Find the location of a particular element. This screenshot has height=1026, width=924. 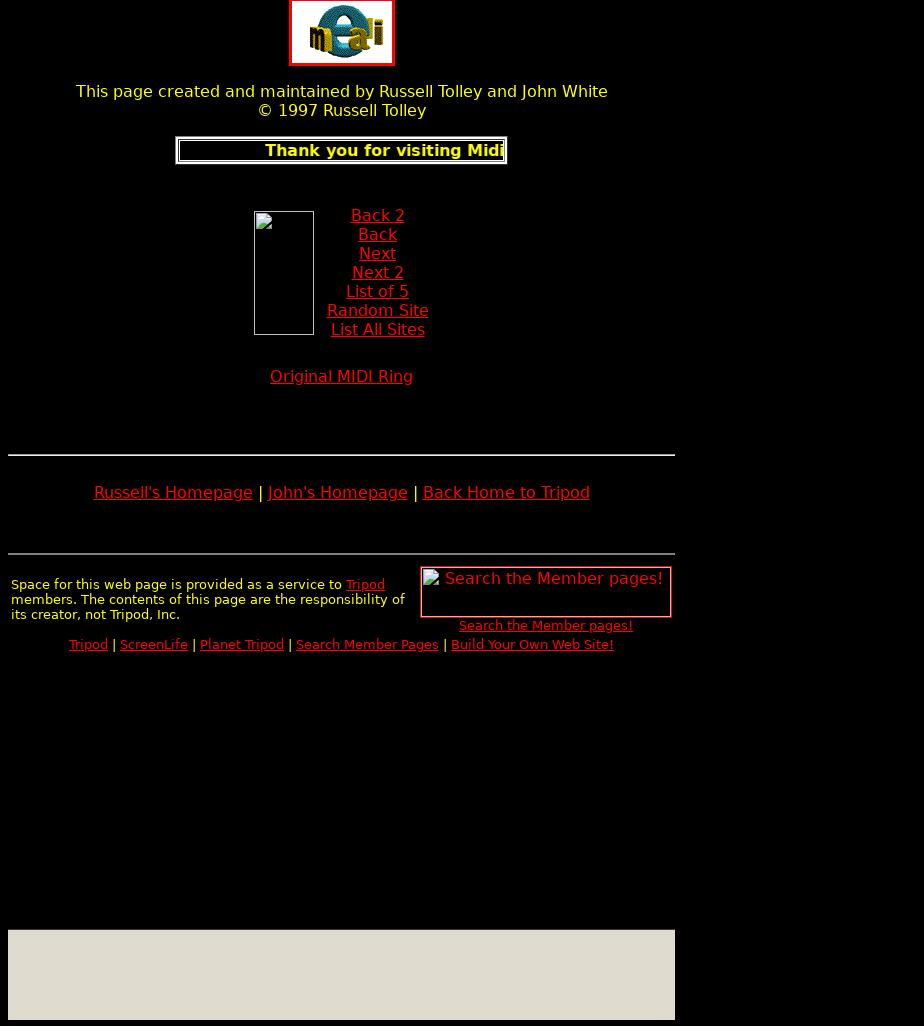

'ScreenLife' is located at coordinates (119, 644).